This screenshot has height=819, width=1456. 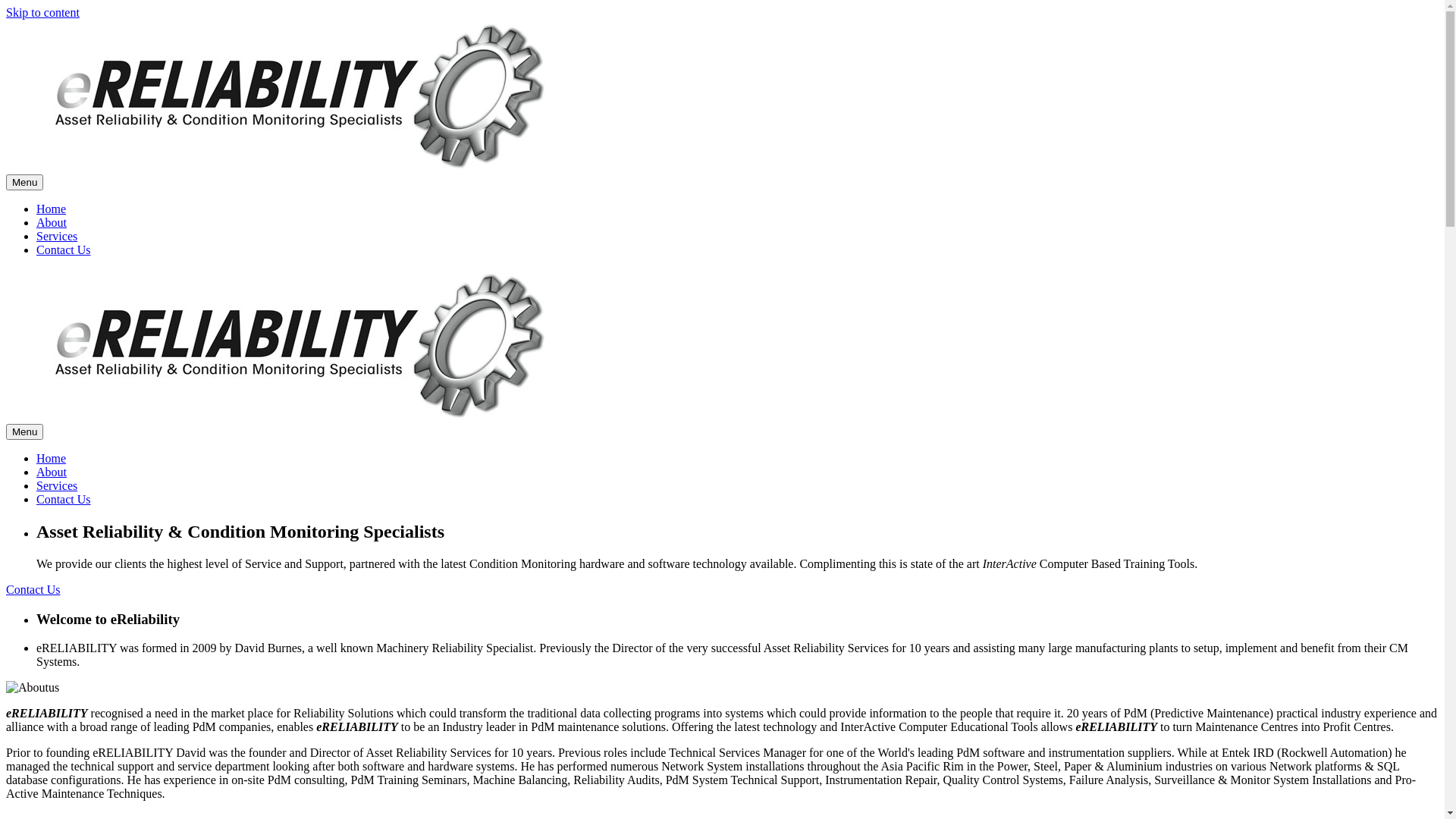 I want to click on 'Contact Us', so click(x=62, y=249).